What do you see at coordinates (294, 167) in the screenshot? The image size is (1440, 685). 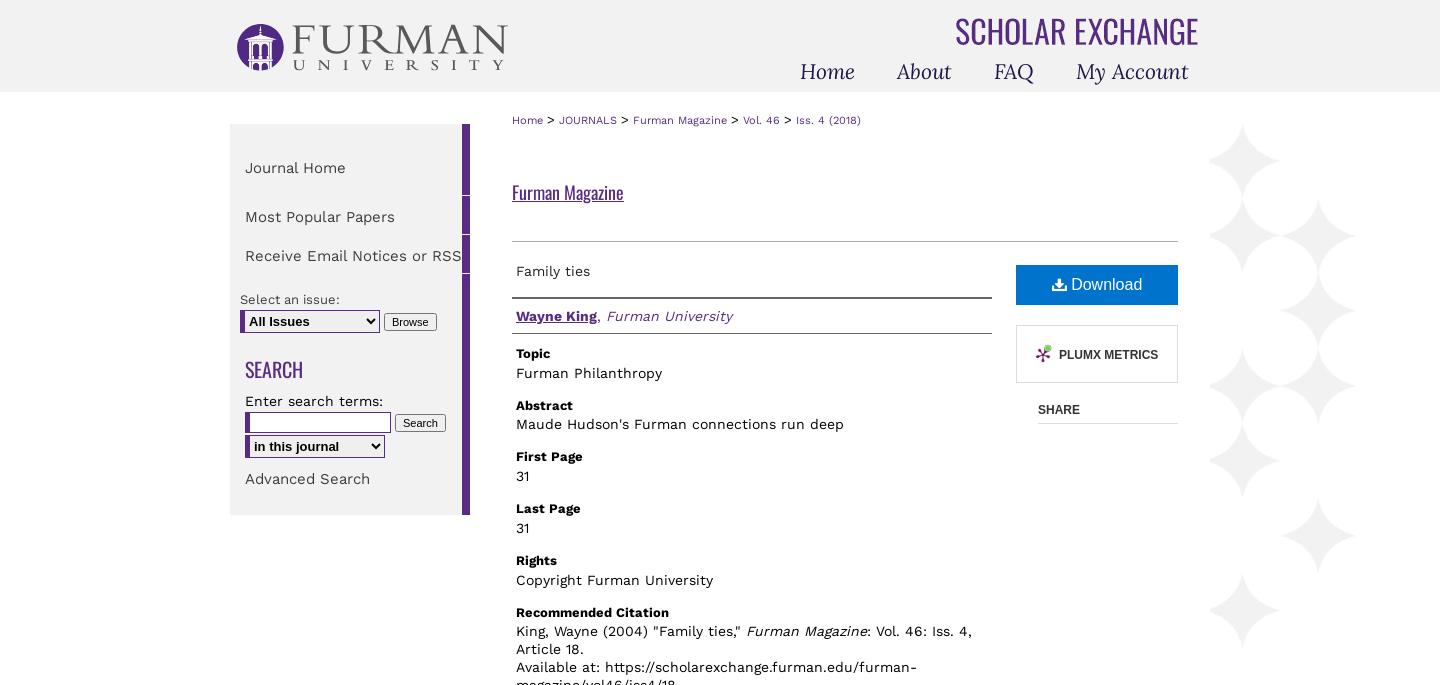 I see `'Journal Home'` at bounding box center [294, 167].